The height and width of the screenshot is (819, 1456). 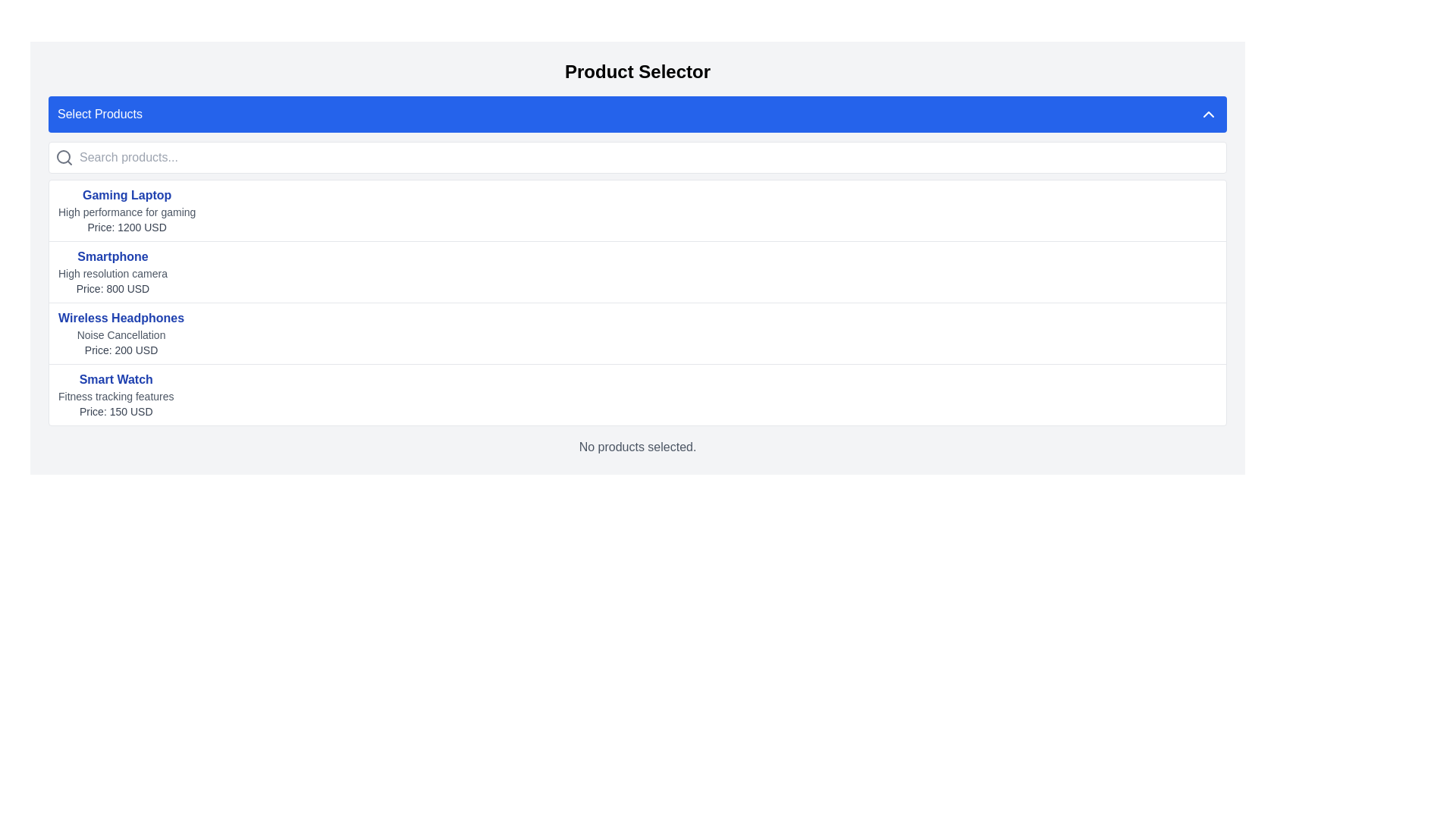 I want to click on the 'Smart Watch' text label, which is displayed in bold blue font at the top of a product listing interface, so click(x=115, y=379).